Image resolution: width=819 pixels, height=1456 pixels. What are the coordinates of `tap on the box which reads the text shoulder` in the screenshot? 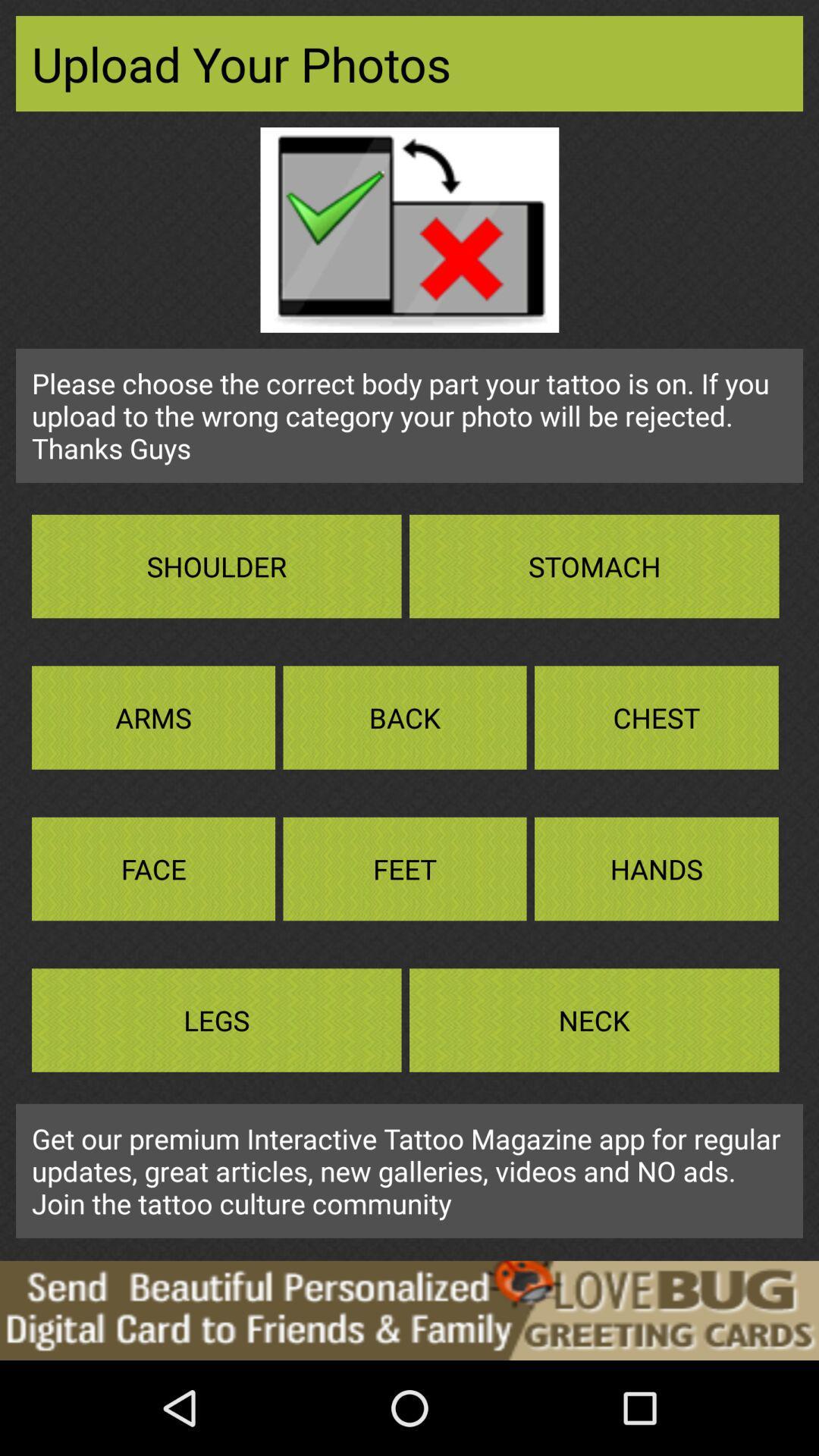 It's located at (216, 566).